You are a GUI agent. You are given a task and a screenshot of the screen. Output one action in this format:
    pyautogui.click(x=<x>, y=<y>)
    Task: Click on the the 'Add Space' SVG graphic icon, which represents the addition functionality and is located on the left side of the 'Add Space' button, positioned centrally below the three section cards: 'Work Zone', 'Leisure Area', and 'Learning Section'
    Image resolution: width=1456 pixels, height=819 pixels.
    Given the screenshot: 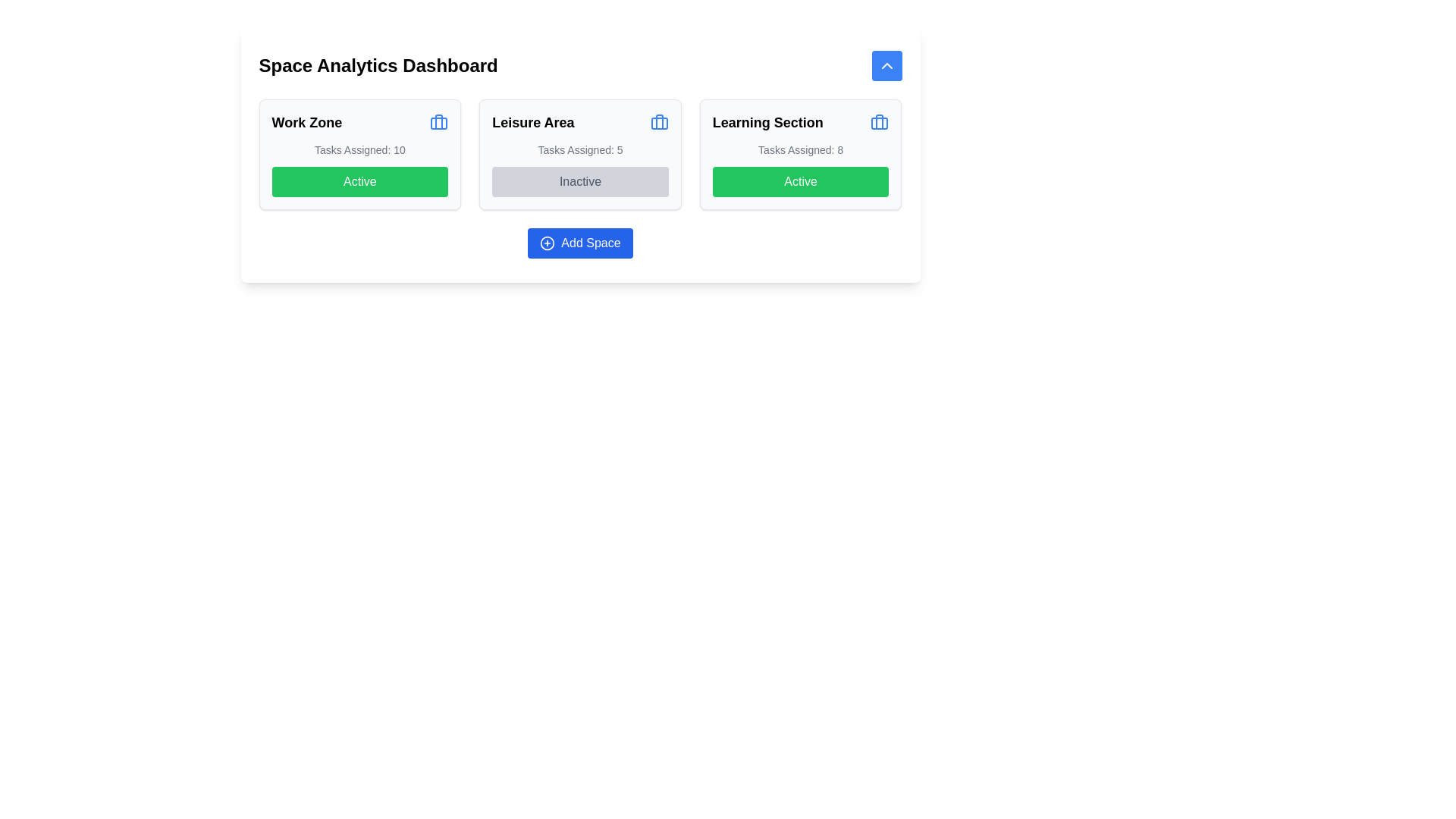 What is the action you would take?
    pyautogui.click(x=547, y=242)
    